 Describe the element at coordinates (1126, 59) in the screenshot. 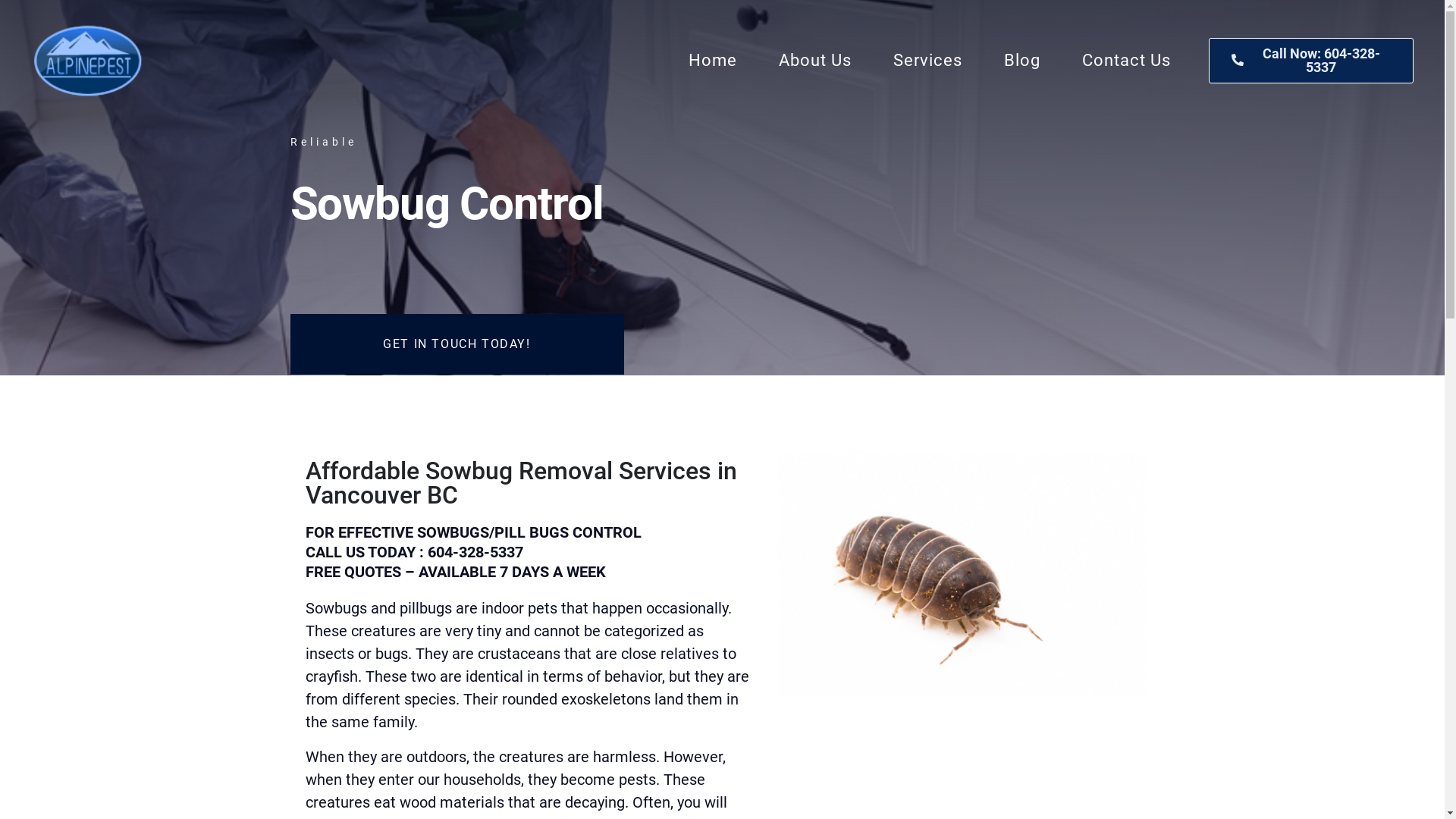

I see `'Contact Us'` at that location.